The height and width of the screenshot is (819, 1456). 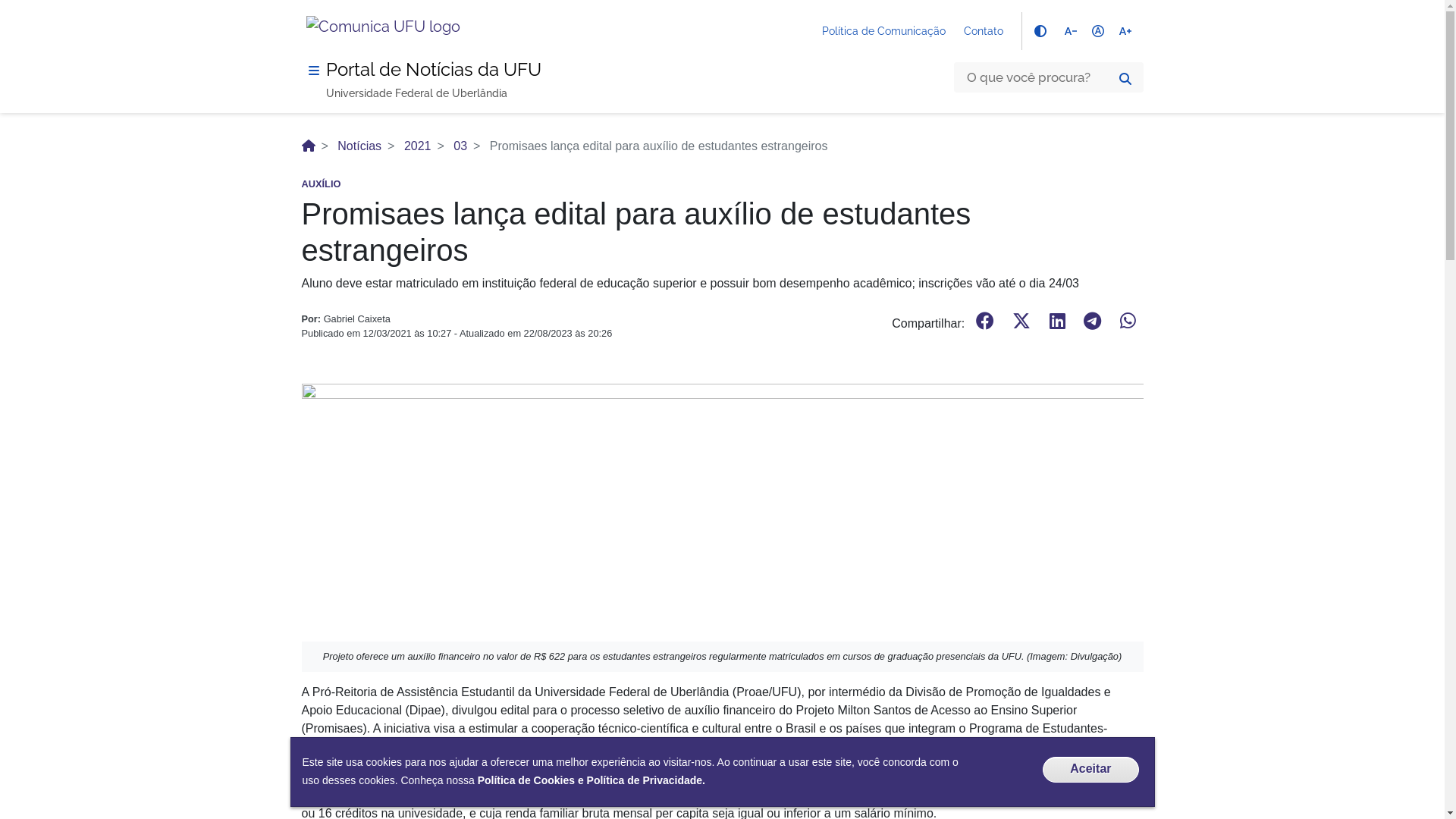 What do you see at coordinates (1069, 31) in the screenshot?
I see `'text_decrease'` at bounding box center [1069, 31].